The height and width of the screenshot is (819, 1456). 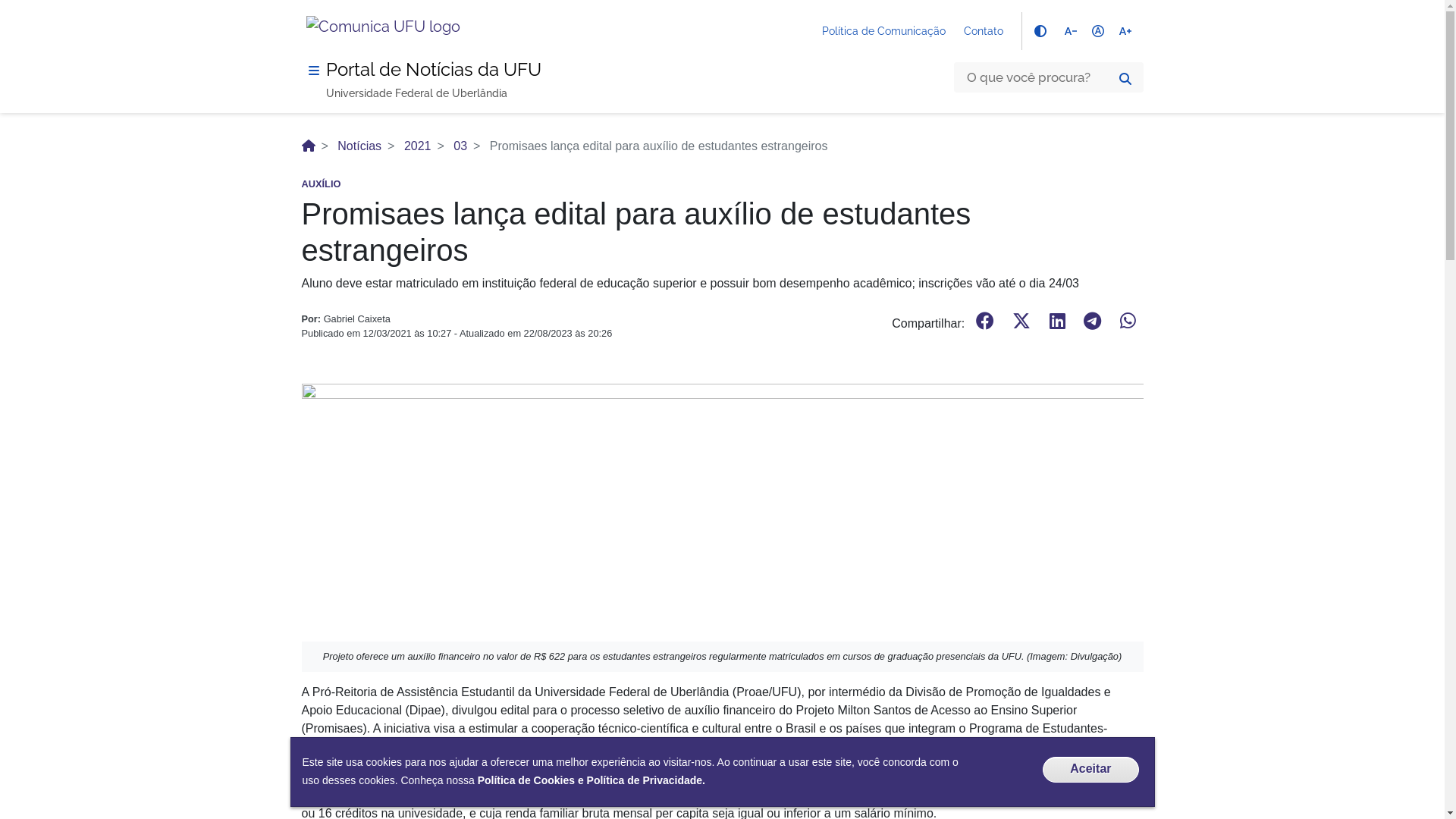 What do you see at coordinates (1069, 31) in the screenshot?
I see `'text_decrease'` at bounding box center [1069, 31].